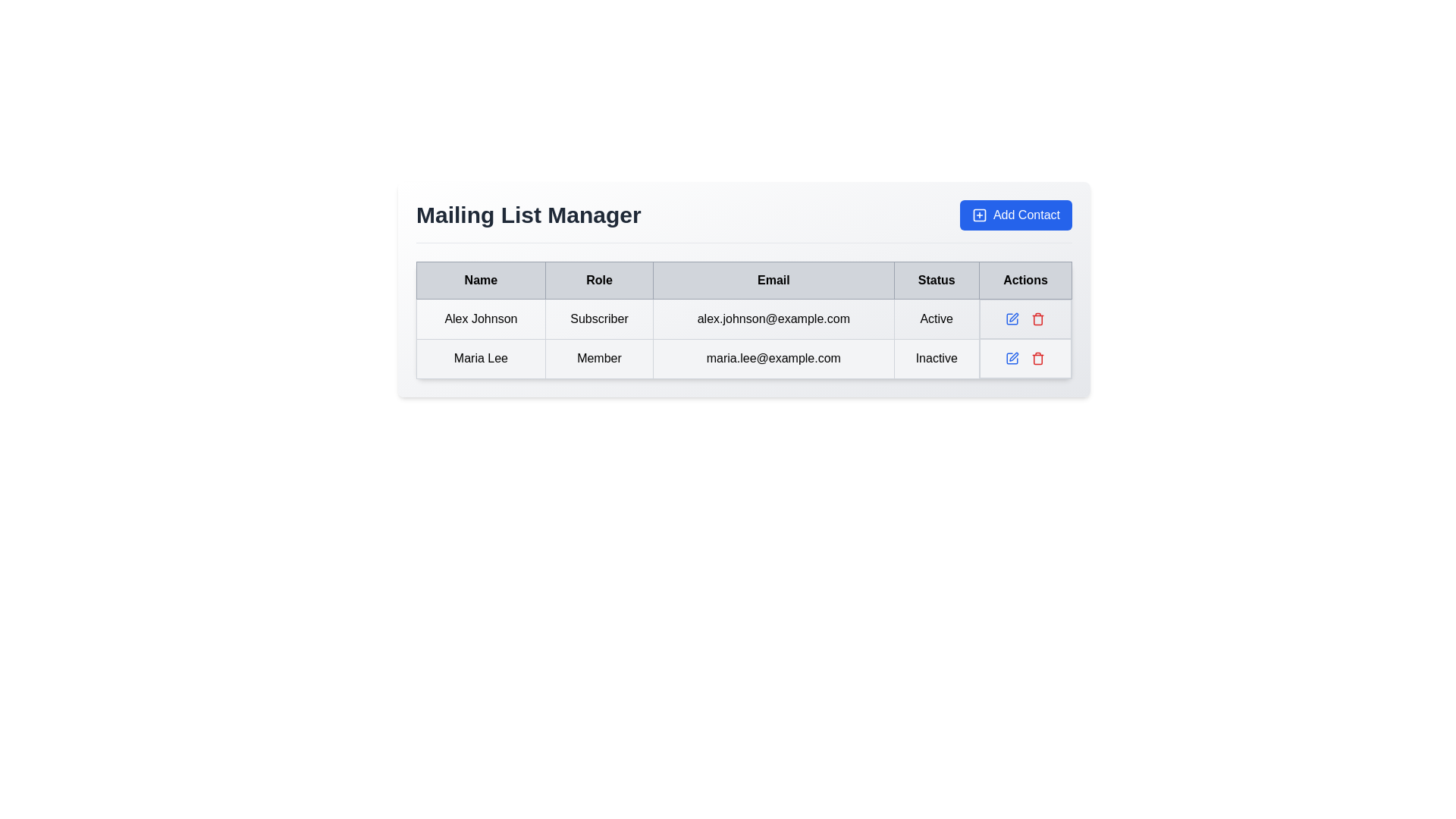 Image resolution: width=1456 pixels, height=819 pixels. Describe the element at coordinates (773, 359) in the screenshot. I see `the Text Display element containing the email 'maria.lee@example.com', which is located in the second row under the 'Email' column` at that location.